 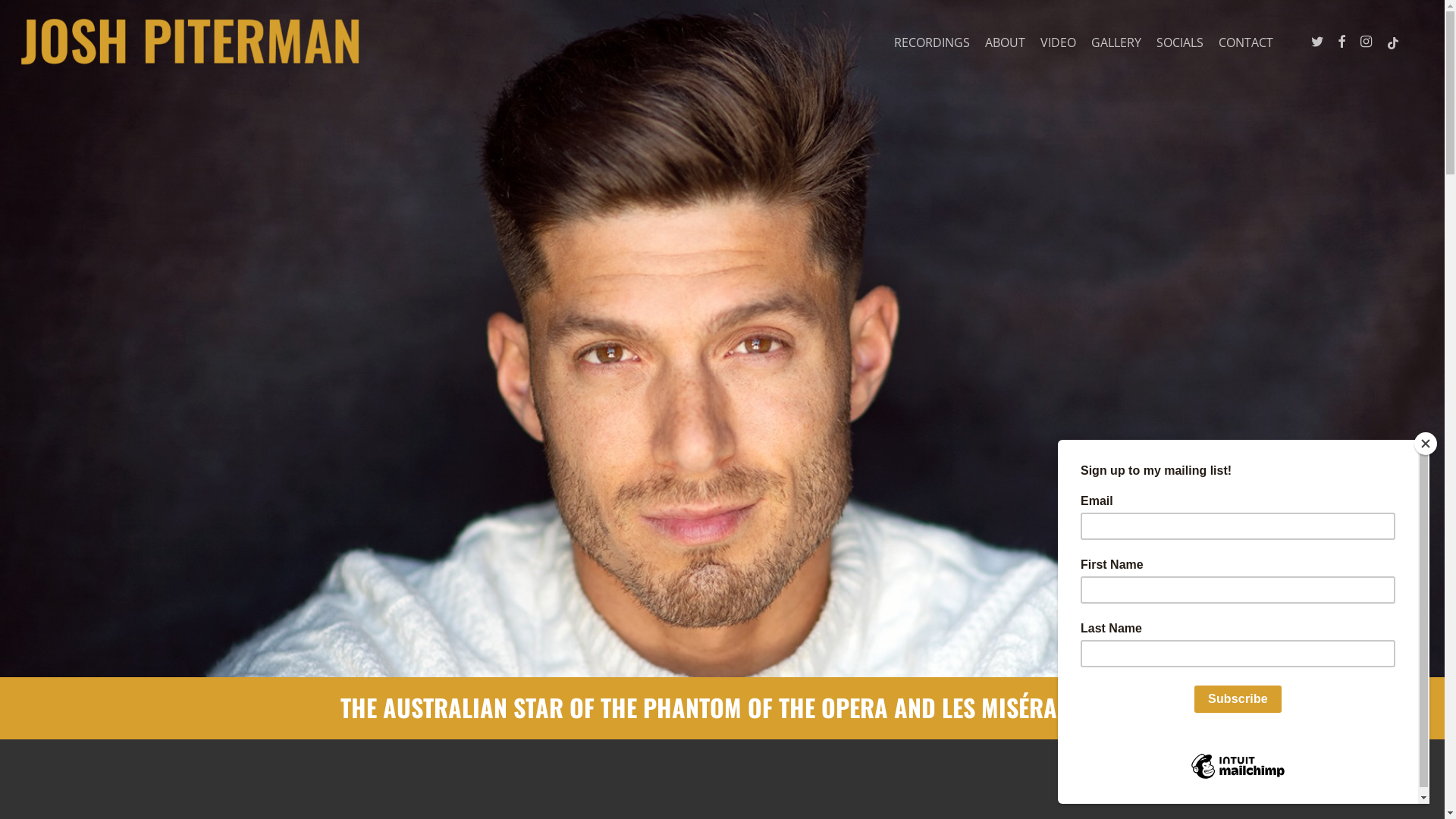 What do you see at coordinates (1149, 42) in the screenshot?
I see `'SOCIALS'` at bounding box center [1149, 42].